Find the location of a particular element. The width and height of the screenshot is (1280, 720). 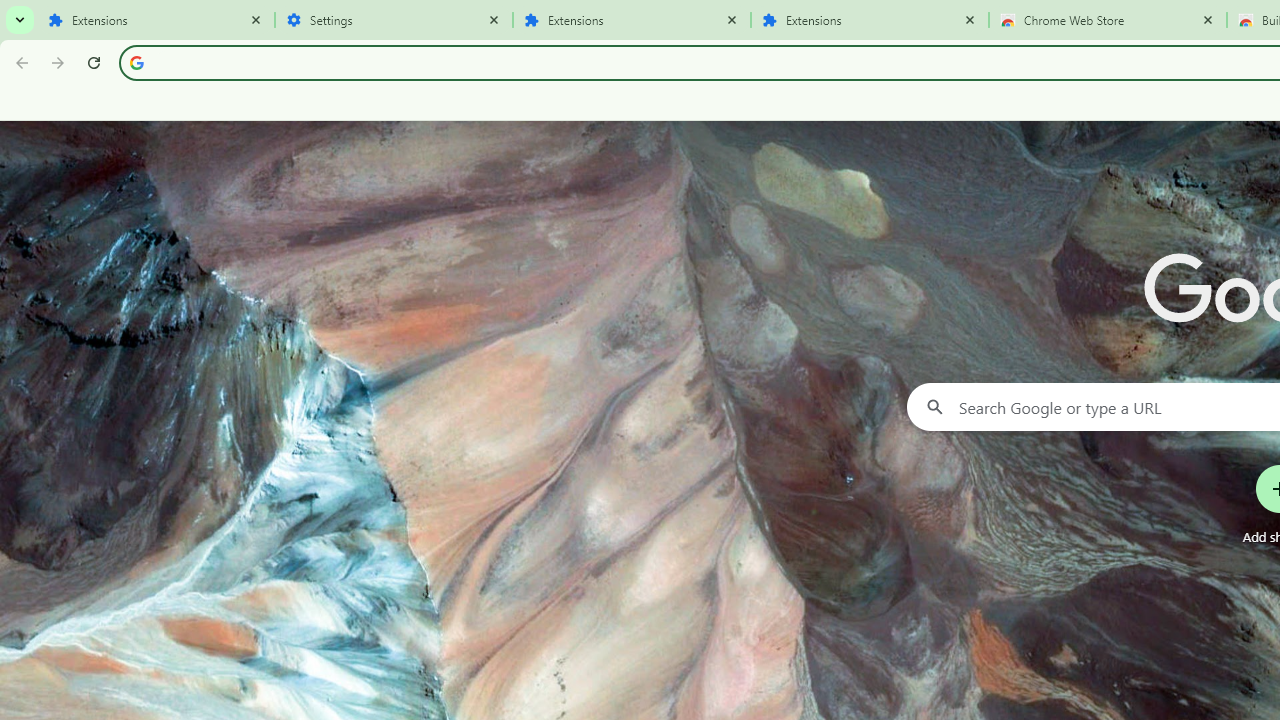

'Settings' is located at coordinates (394, 20).